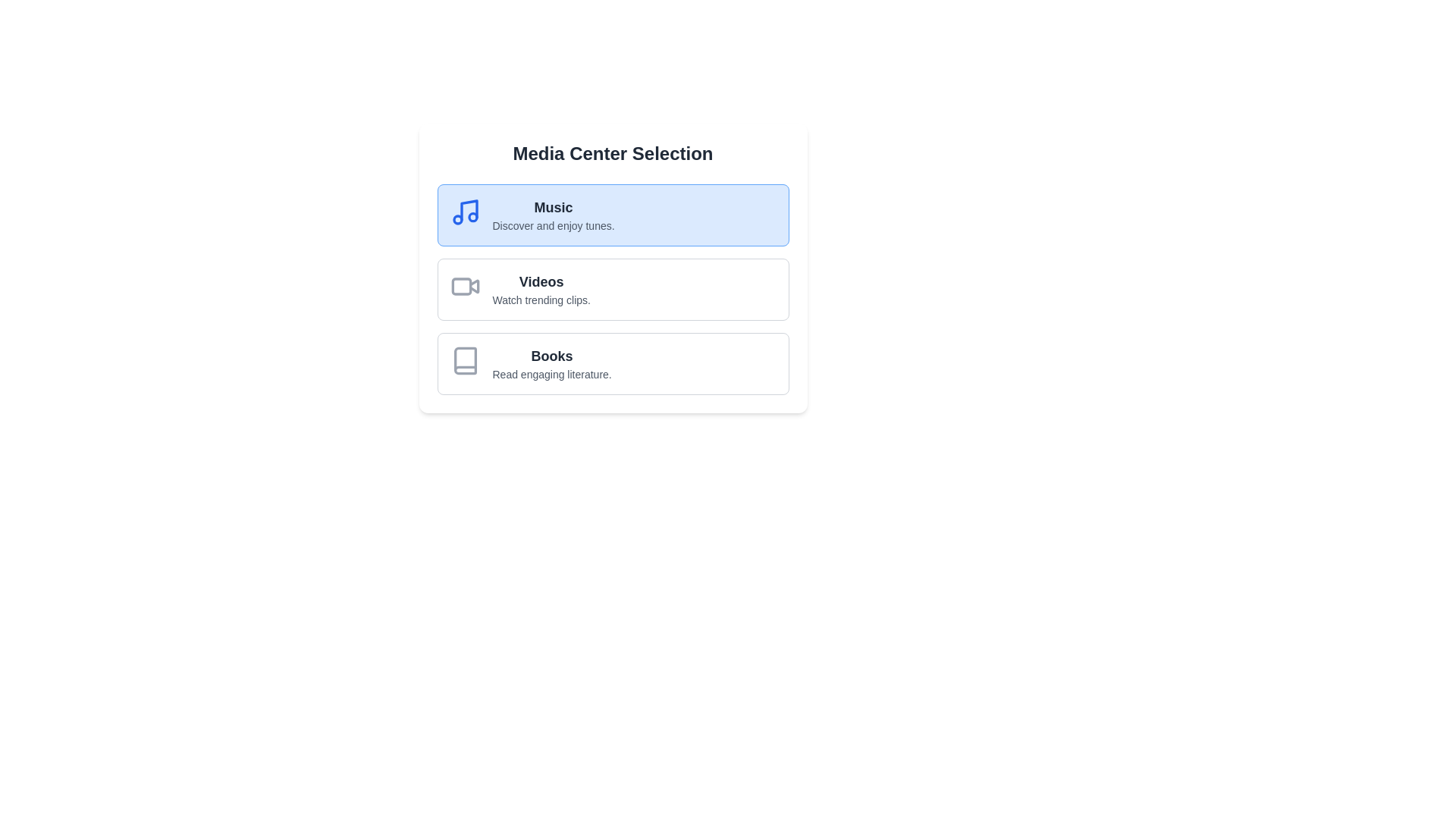  I want to click on the 'Videos' option, so click(613, 289).